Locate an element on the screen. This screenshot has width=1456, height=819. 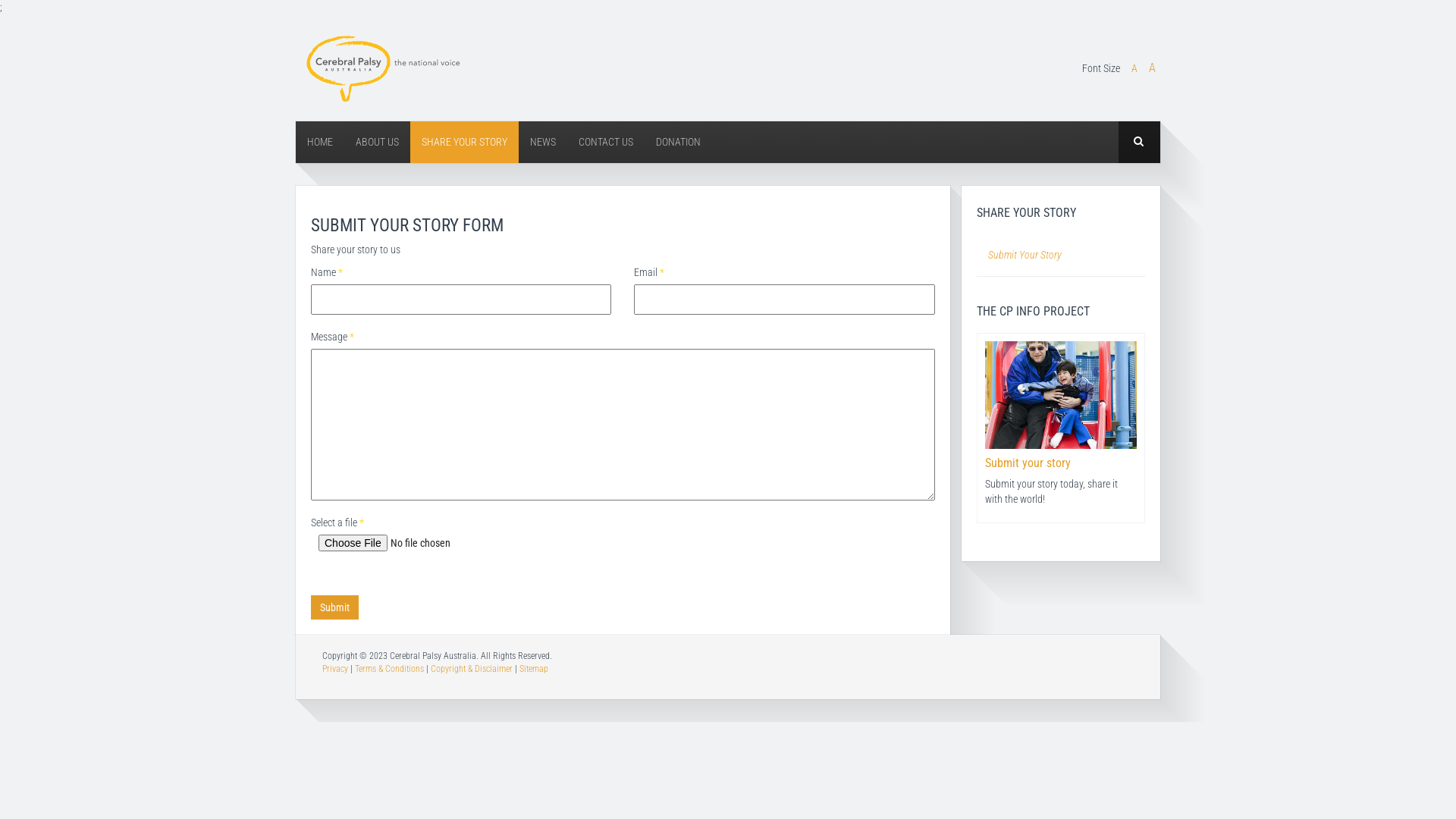
'HOME' is located at coordinates (319, 142).